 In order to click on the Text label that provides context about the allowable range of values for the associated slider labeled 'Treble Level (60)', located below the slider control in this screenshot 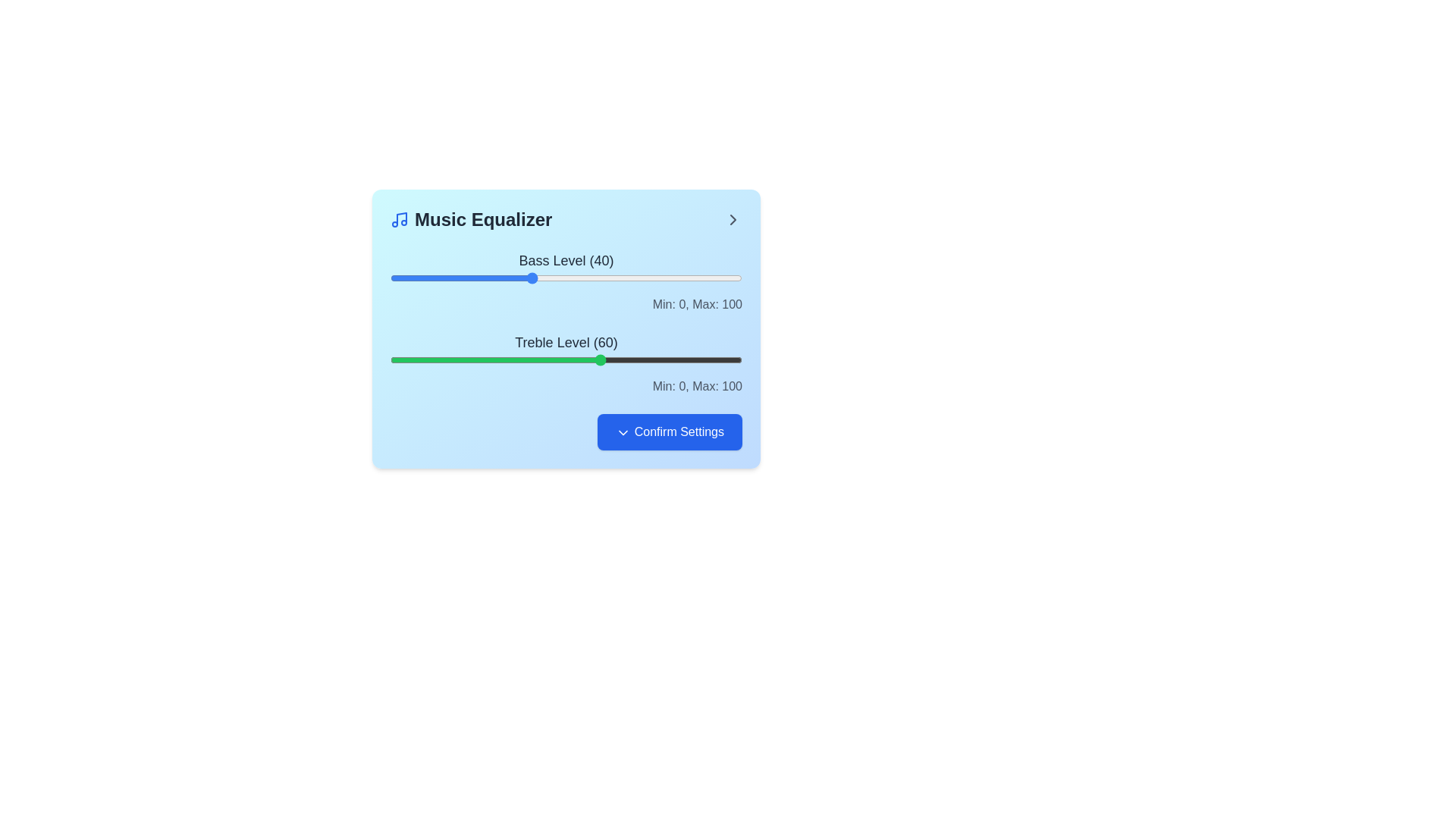, I will do `click(566, 385)`.